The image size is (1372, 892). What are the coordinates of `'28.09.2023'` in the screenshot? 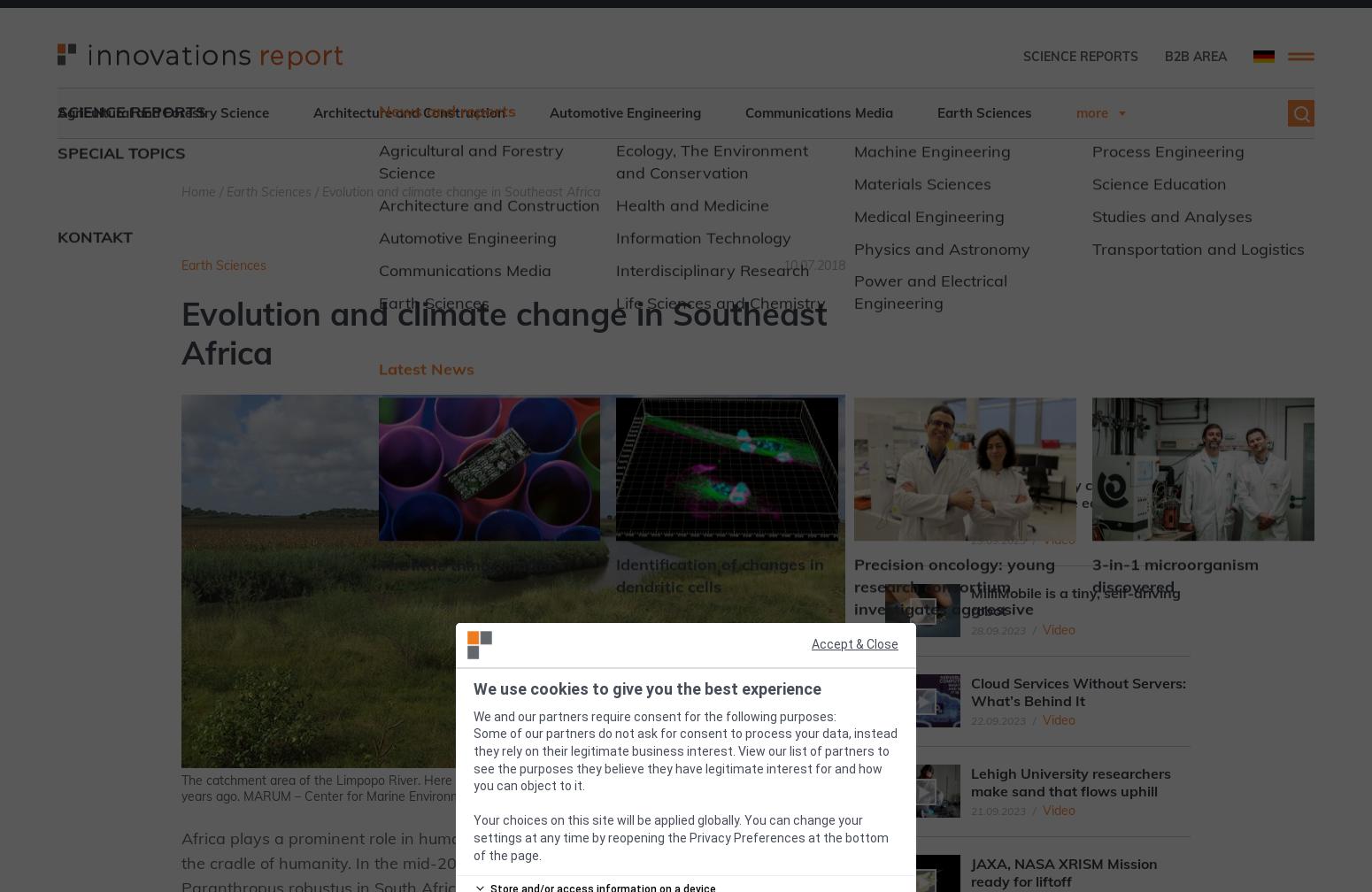 It's located at (969, 630).